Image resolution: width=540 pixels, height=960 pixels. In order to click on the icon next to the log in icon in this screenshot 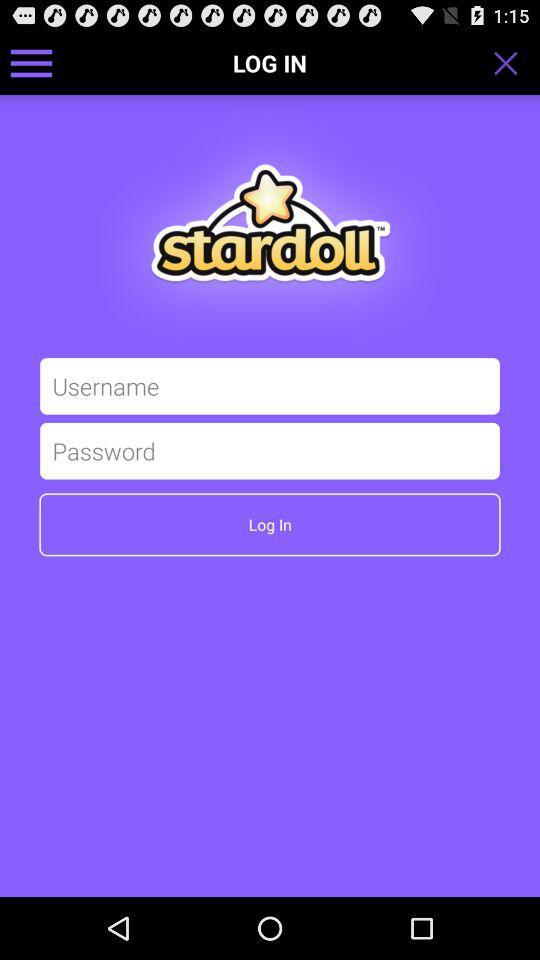, I will do `click(30, 62)`.